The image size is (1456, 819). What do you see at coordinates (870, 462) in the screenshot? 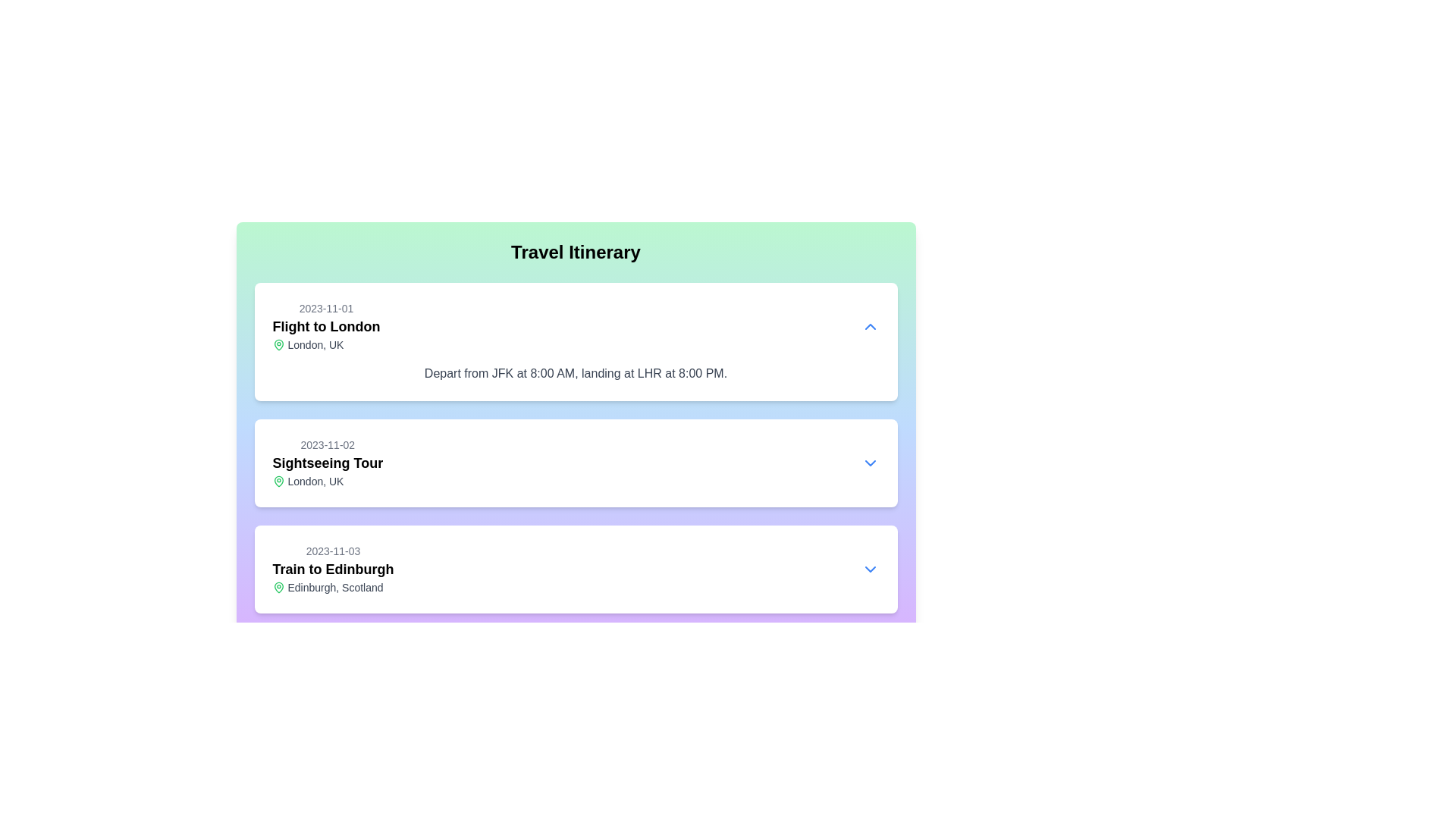
I see `the blue downwards-pointing chevron icon indicating collapsible content associated with the 'Sightseeing Tour' section in the travel itinerary interface` at bounding box center [870, 462].